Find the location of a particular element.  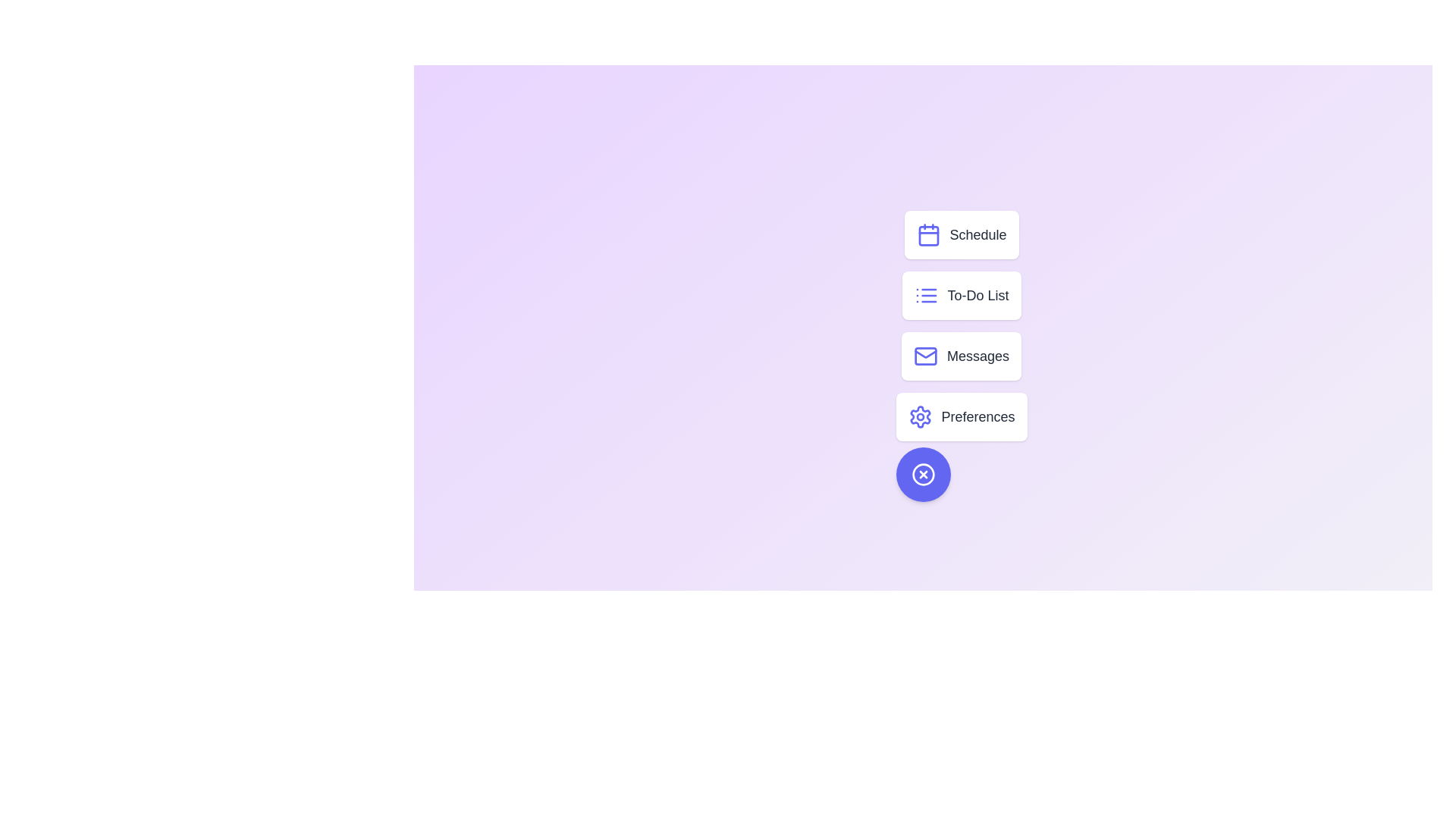

the menu option To-Do List from the speed dial menu is located at coordinates (960, 295).